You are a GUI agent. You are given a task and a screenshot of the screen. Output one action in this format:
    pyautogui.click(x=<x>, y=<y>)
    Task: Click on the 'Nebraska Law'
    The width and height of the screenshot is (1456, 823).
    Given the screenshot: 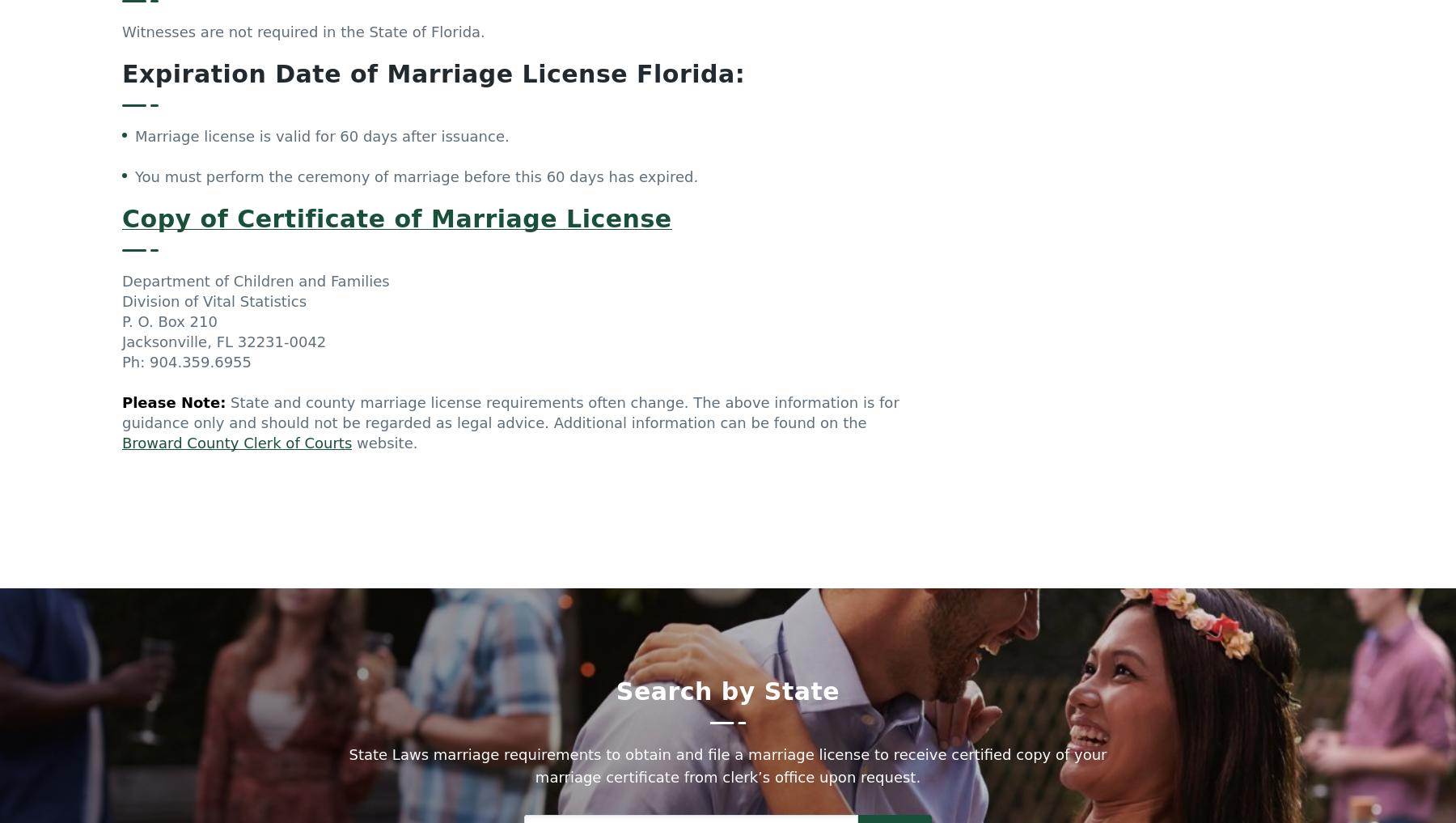 What is the action you would take?
    pyautogui.click(x=497, y=700)
    